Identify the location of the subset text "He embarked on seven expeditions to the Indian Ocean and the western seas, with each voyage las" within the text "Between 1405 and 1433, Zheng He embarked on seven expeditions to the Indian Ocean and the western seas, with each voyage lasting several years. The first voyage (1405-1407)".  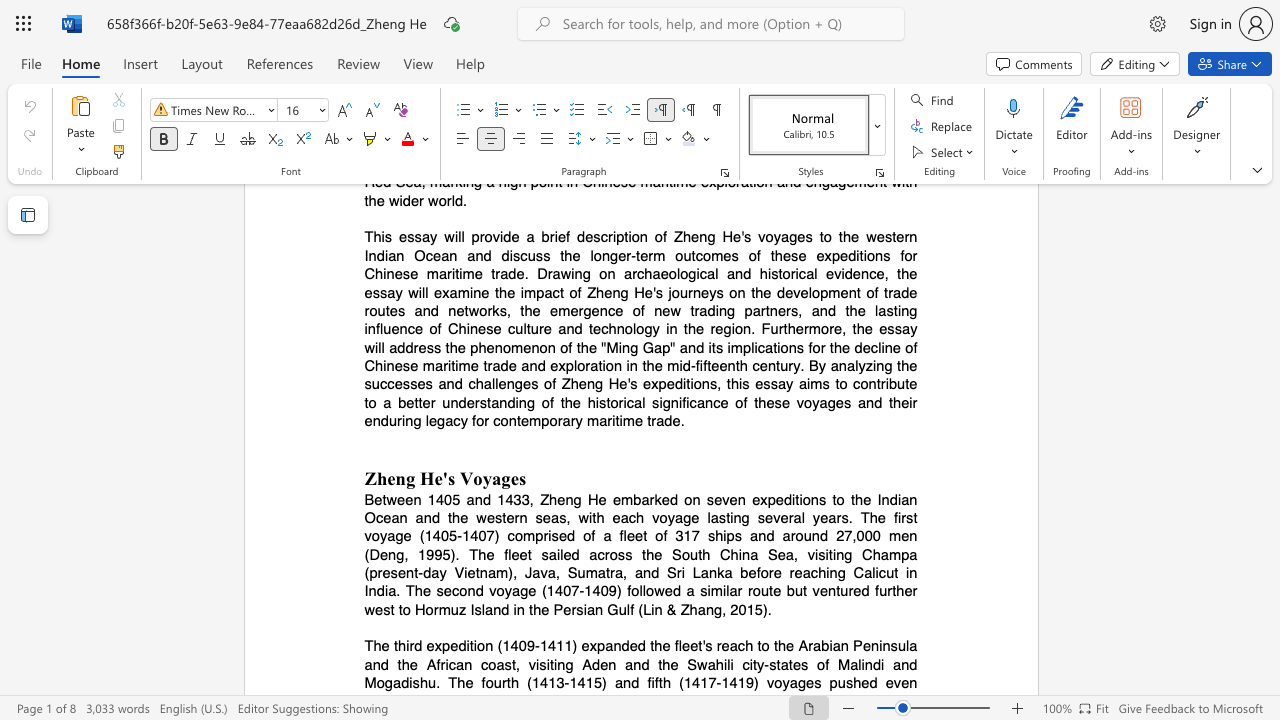
(586, 498).